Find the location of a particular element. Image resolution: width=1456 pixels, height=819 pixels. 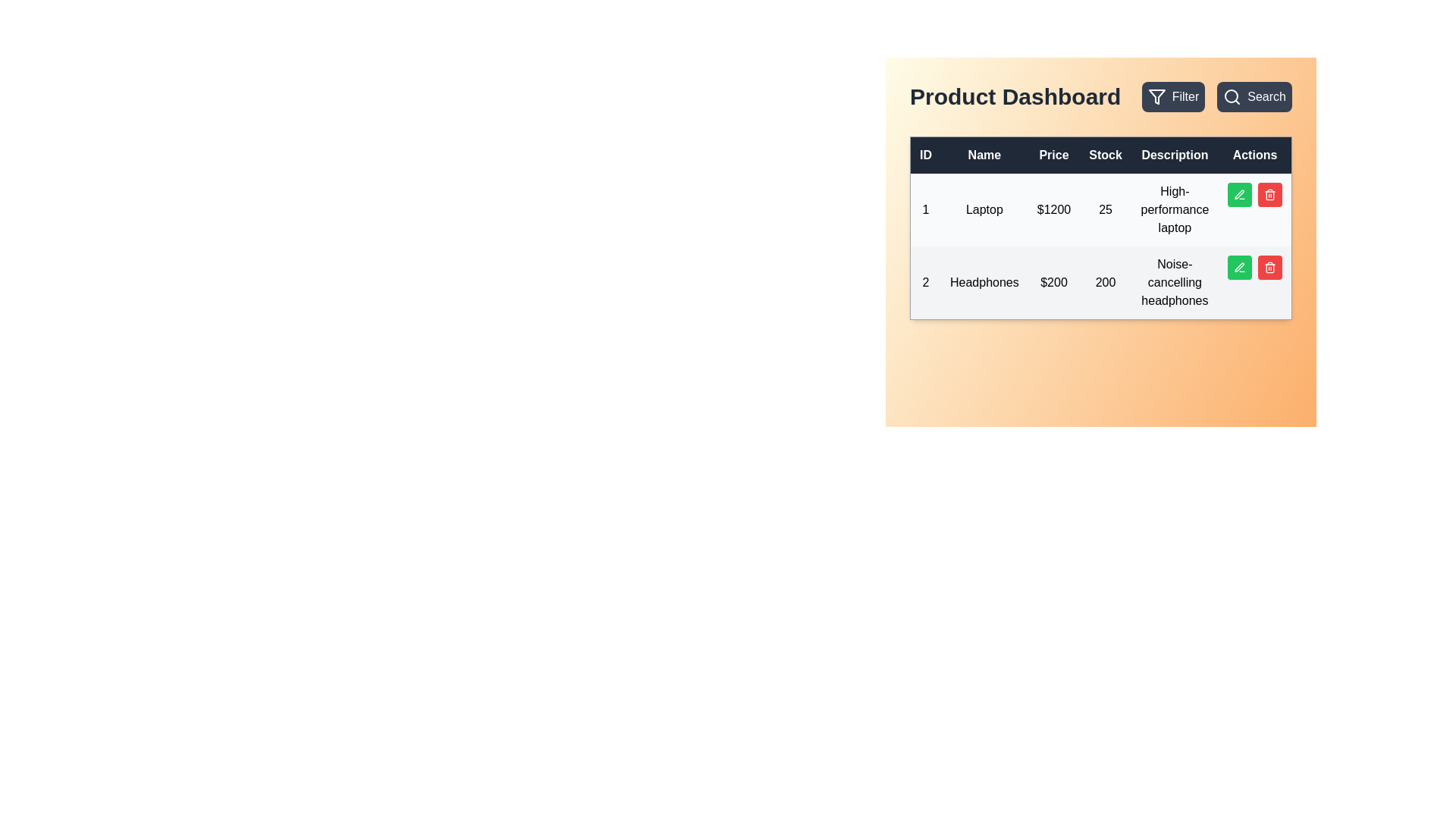

the green button with a pen icon in the 'Actions' column of the second row for 'Headphones' in the product table is located at coordinates (1239, 266).